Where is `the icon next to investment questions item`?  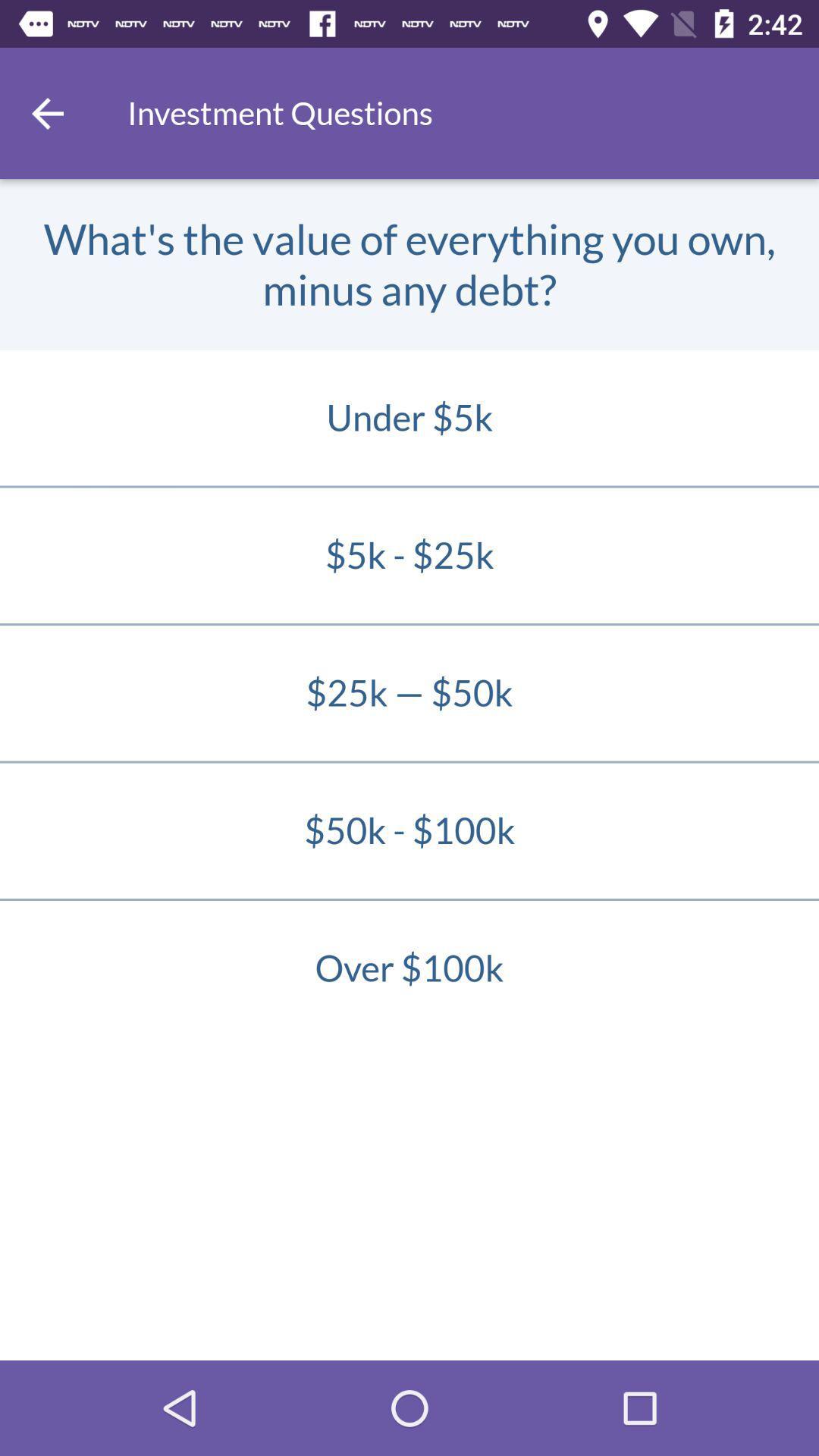 the icon next to investment questions item is located at coordinates (46, 112).